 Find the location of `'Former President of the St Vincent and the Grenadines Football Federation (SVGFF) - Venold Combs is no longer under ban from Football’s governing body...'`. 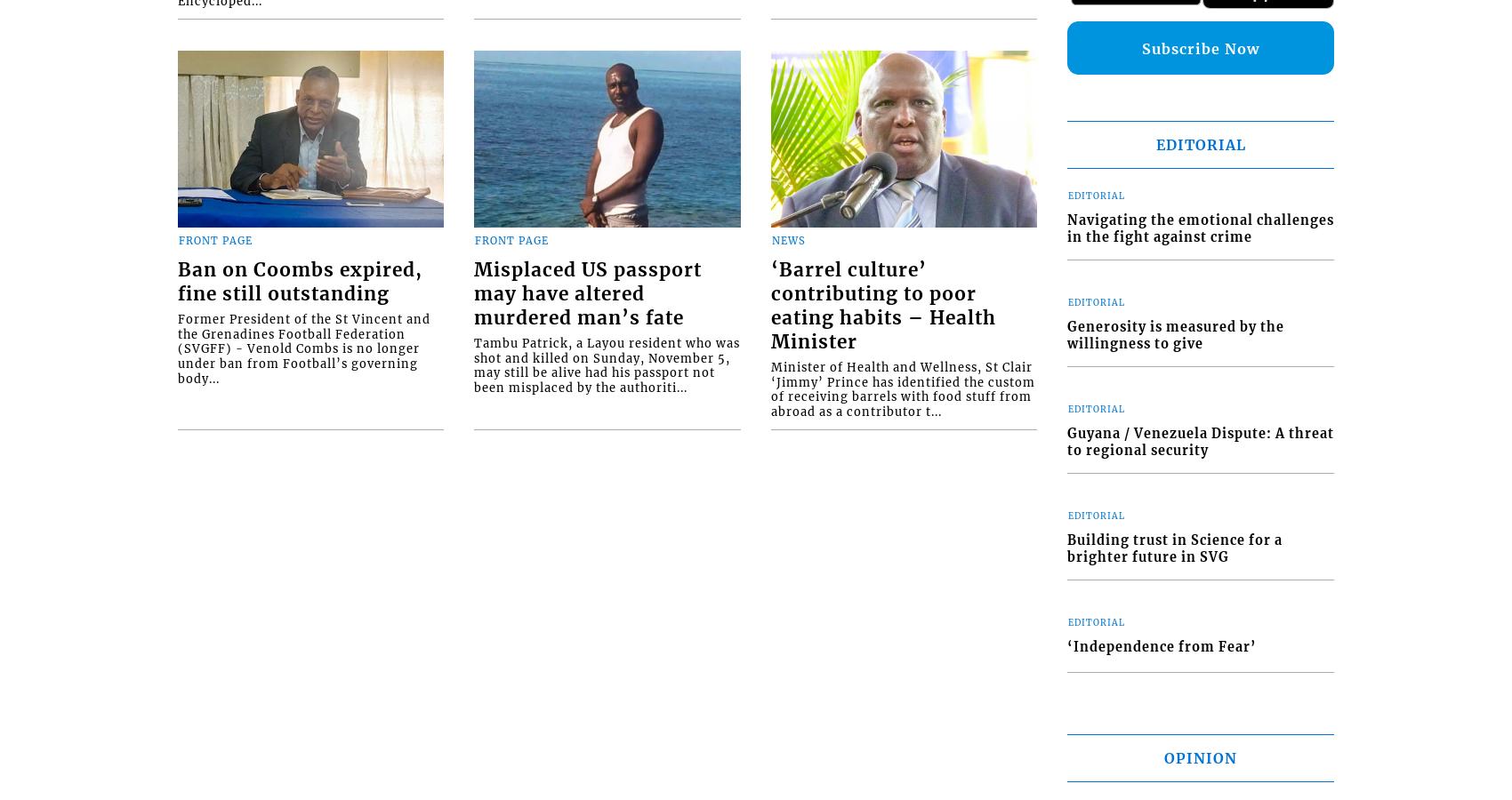

'Former President of the St Vincent and the Grenadines Football Federation (SVGFF) - Venold Combs is no longer under ban from Football’s governing body...' is located at coordinates (303, 348).